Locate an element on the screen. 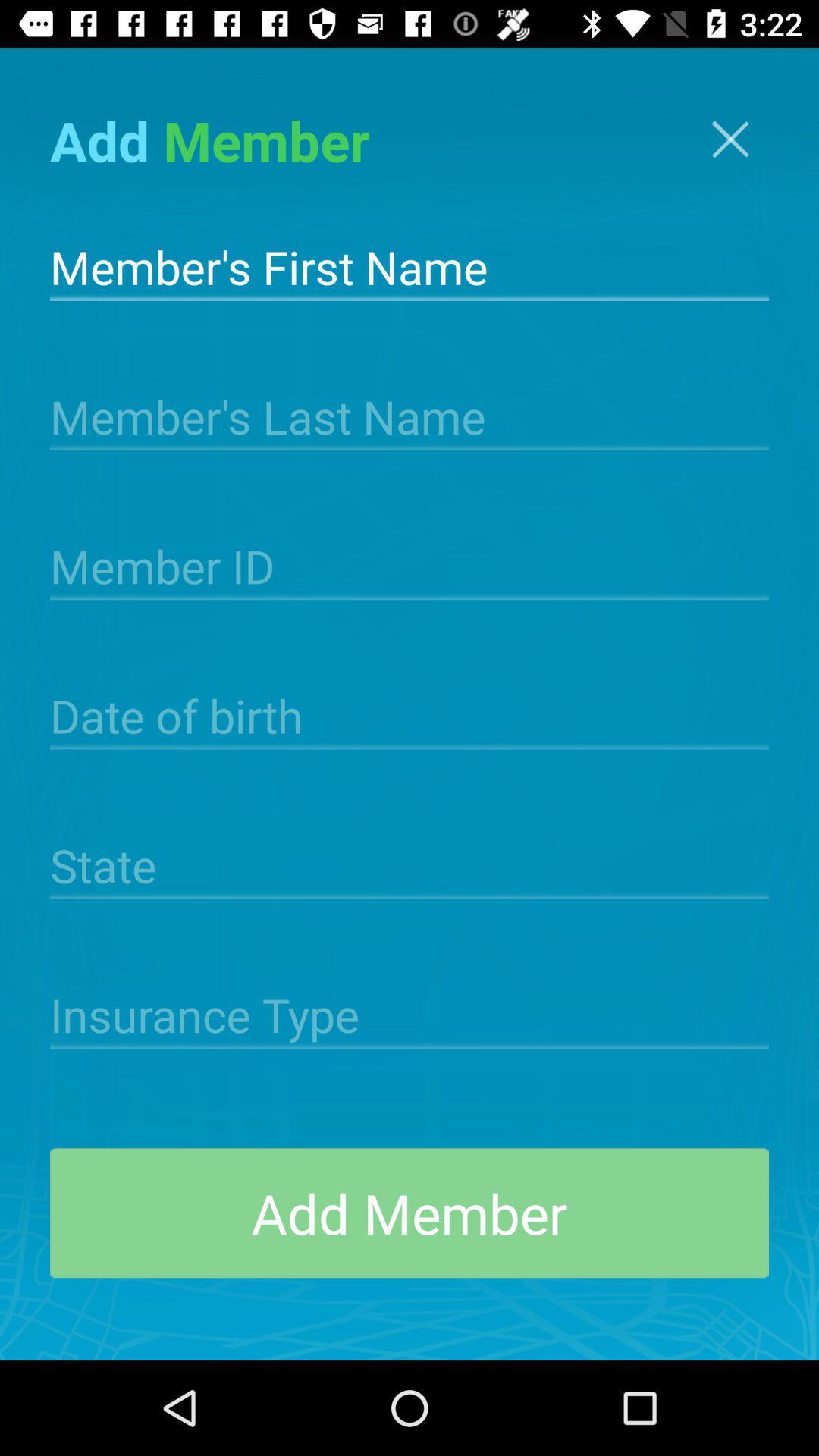 This screenshot has width=819, height=1456. the member id is located at coordinates (409, 564).